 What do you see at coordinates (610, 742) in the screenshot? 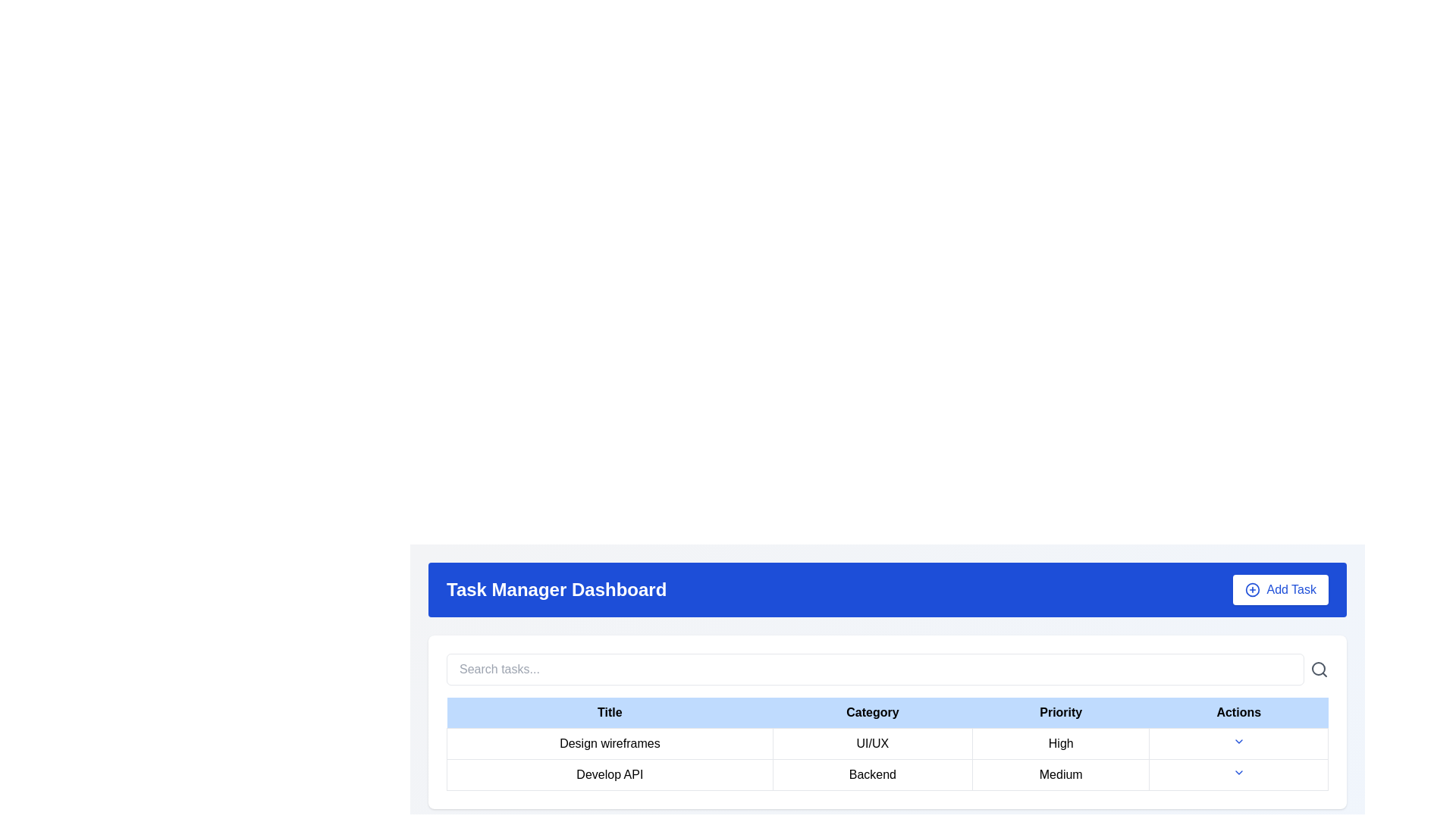
I see `the static text label that displays 'Design wireframes', which is the first item in the first row of a table under the 'Title' column` at bounding box center [610, 742].